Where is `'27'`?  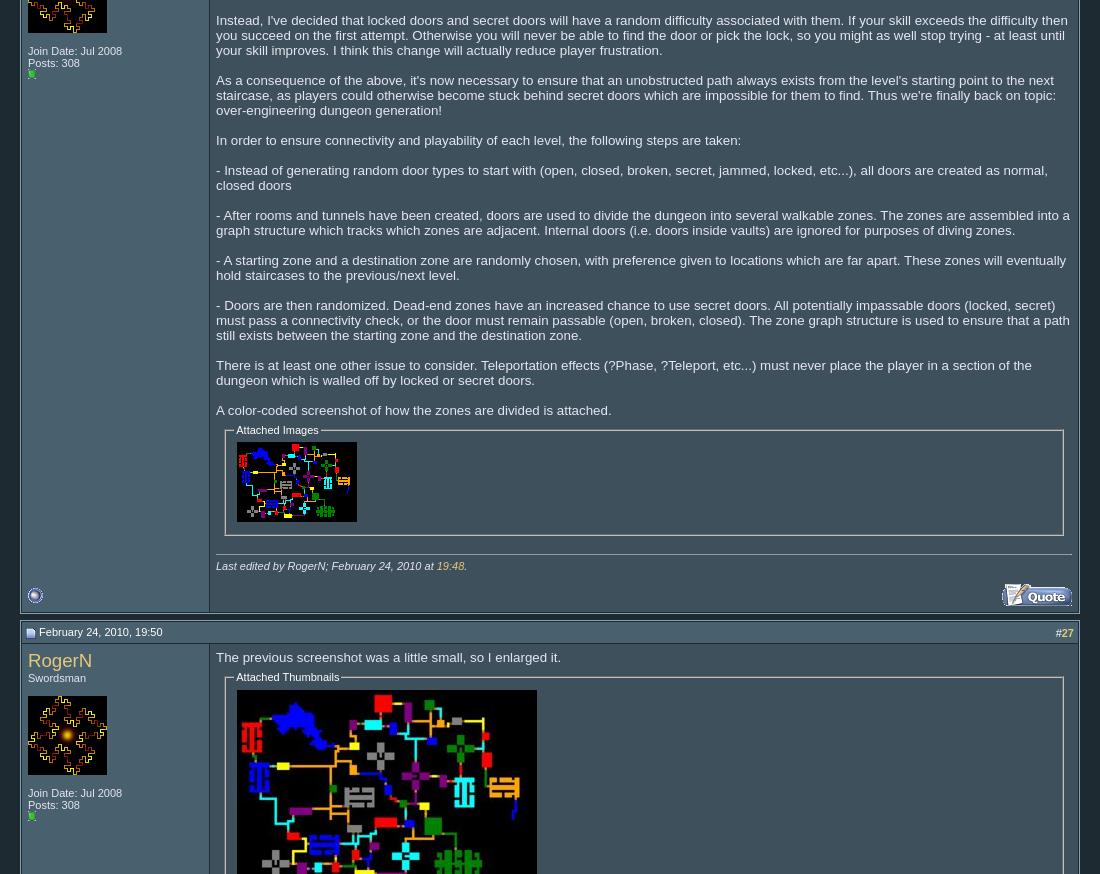 '27' is located at coordinates (1067, 630).